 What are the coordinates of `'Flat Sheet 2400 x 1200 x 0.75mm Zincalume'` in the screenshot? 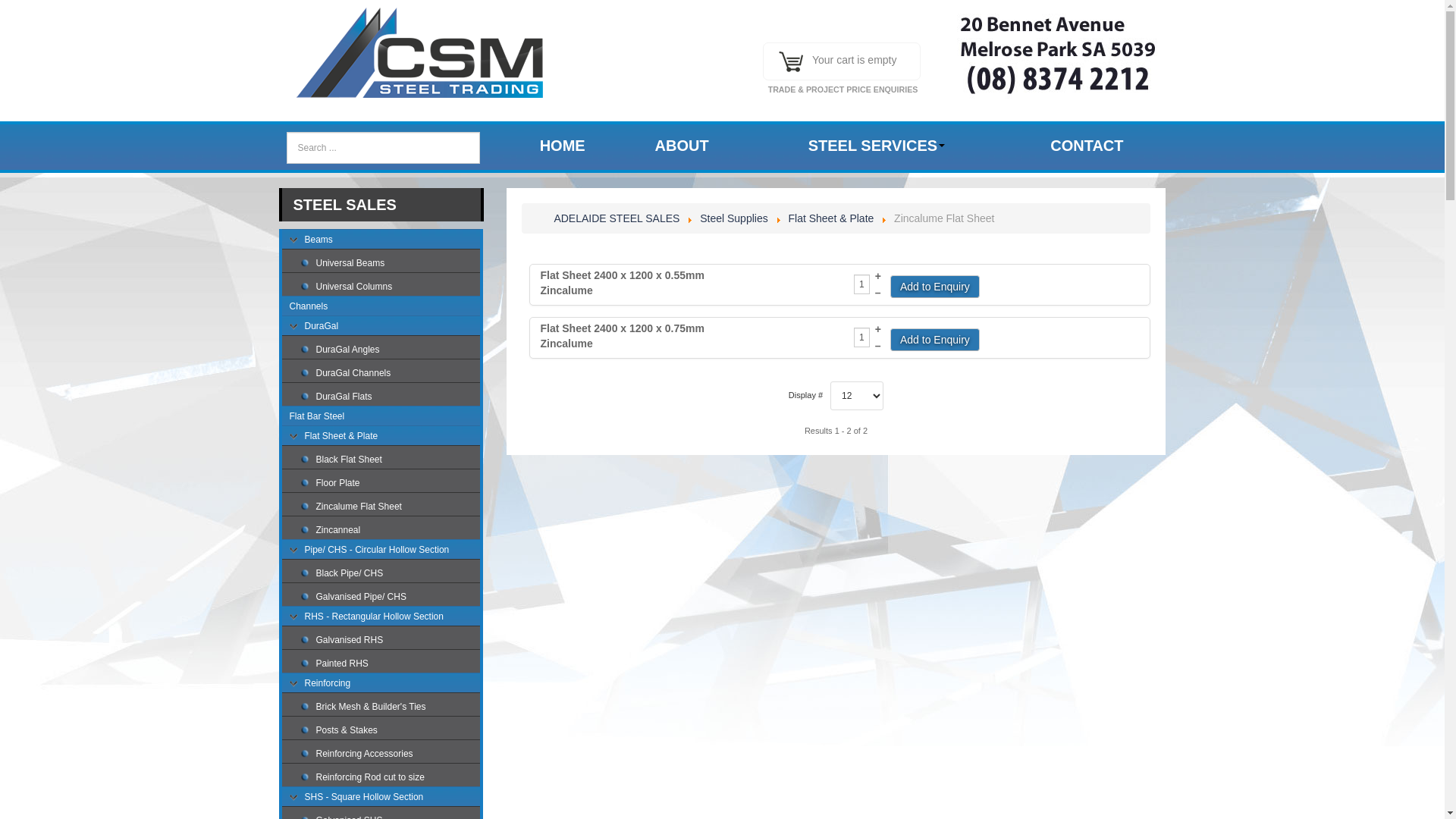 It's located at (629, 335).